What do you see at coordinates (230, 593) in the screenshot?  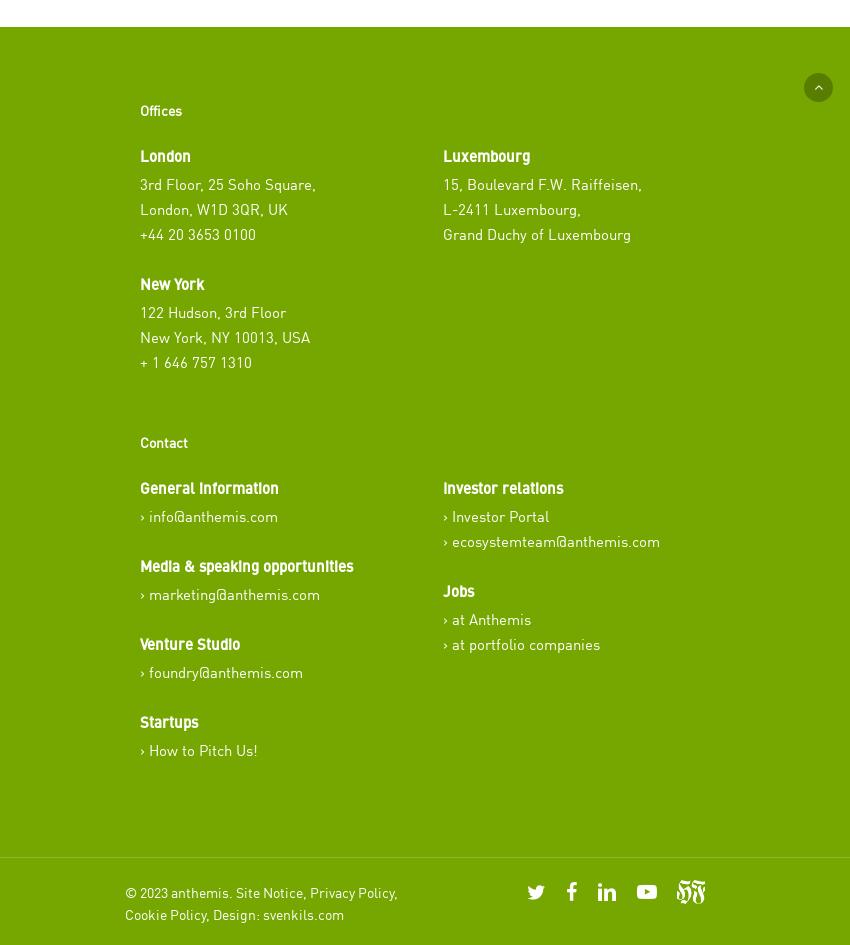 I see `'› marketing@anthemis.com'` at bounding box center [230, 593].